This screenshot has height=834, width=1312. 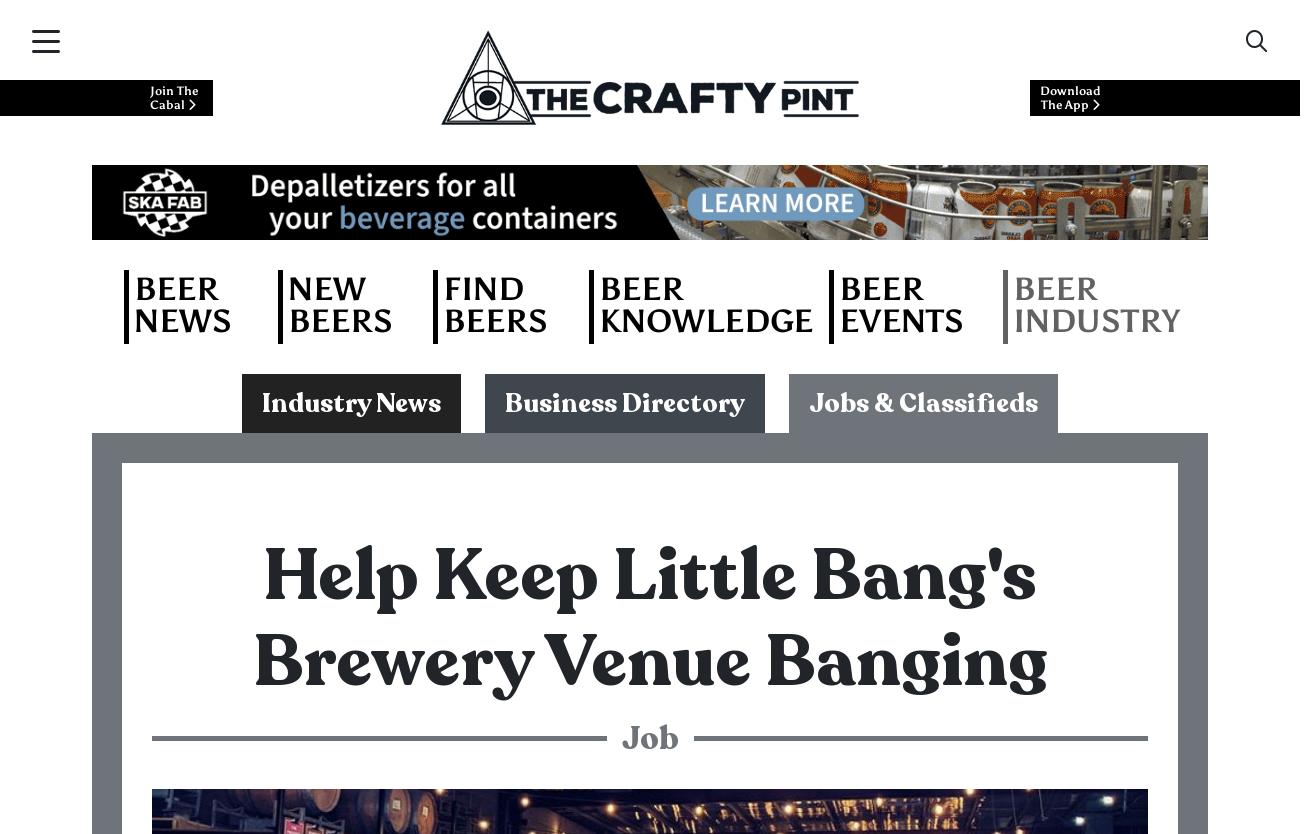 I want to click on 'Job Description: Part-Time Bar Supervisor', so click(x=461, y=324).